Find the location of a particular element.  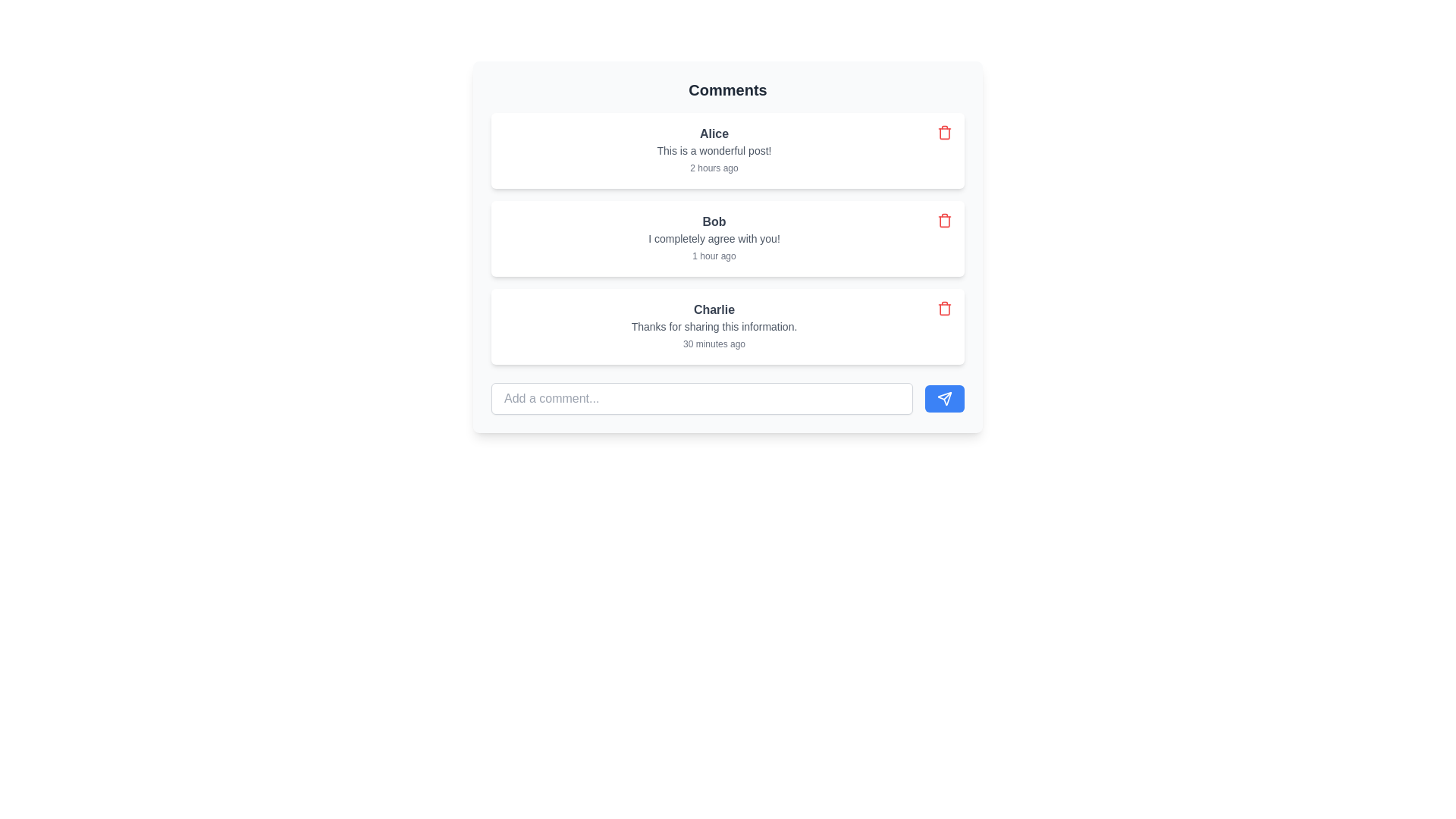

the red trash icon located at the right edge of the comment box for user 'Bob' is located at coordinates (944, 220).